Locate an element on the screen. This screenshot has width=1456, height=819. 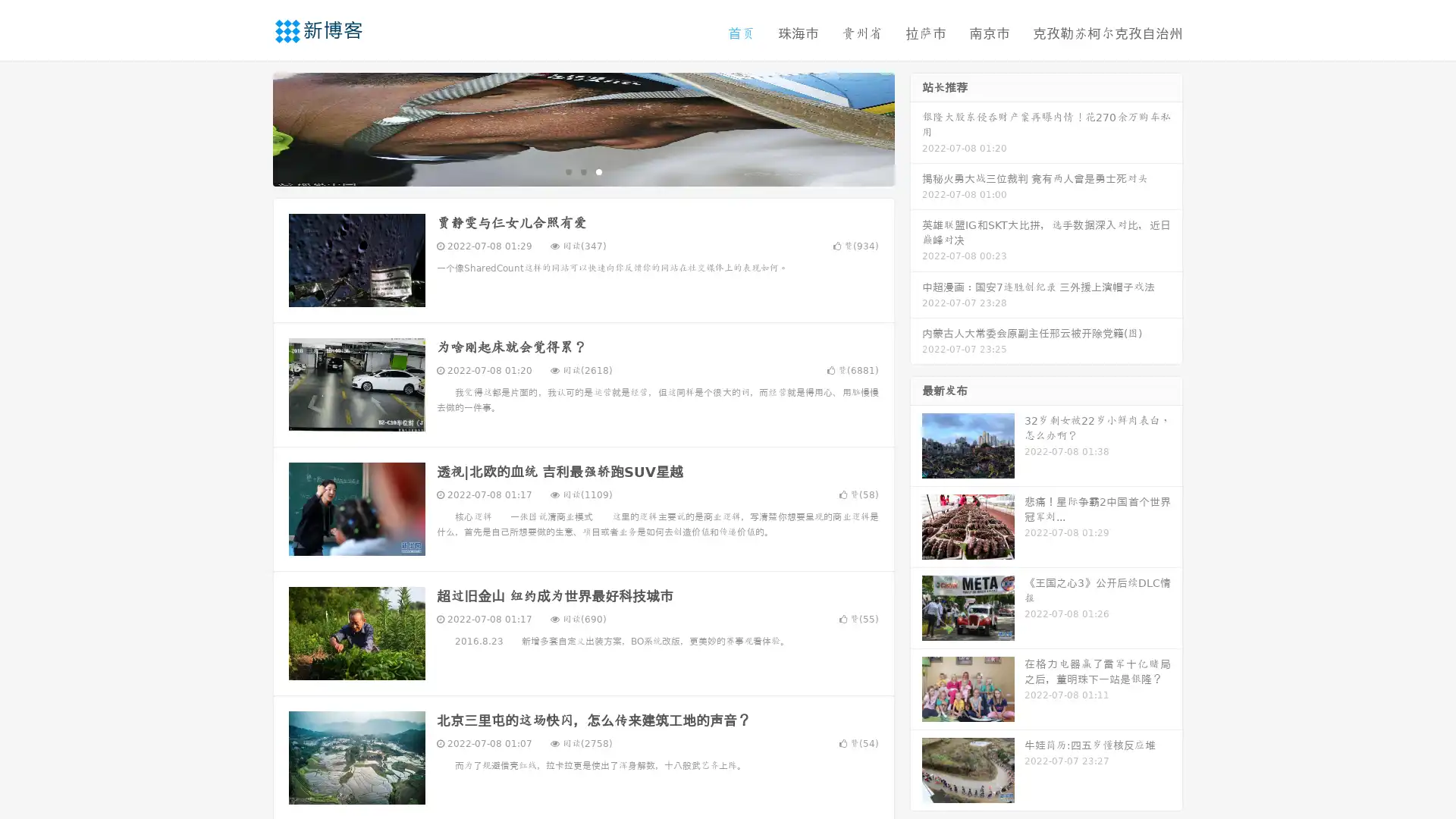
Previous slide is located at coordinates (250, 127).